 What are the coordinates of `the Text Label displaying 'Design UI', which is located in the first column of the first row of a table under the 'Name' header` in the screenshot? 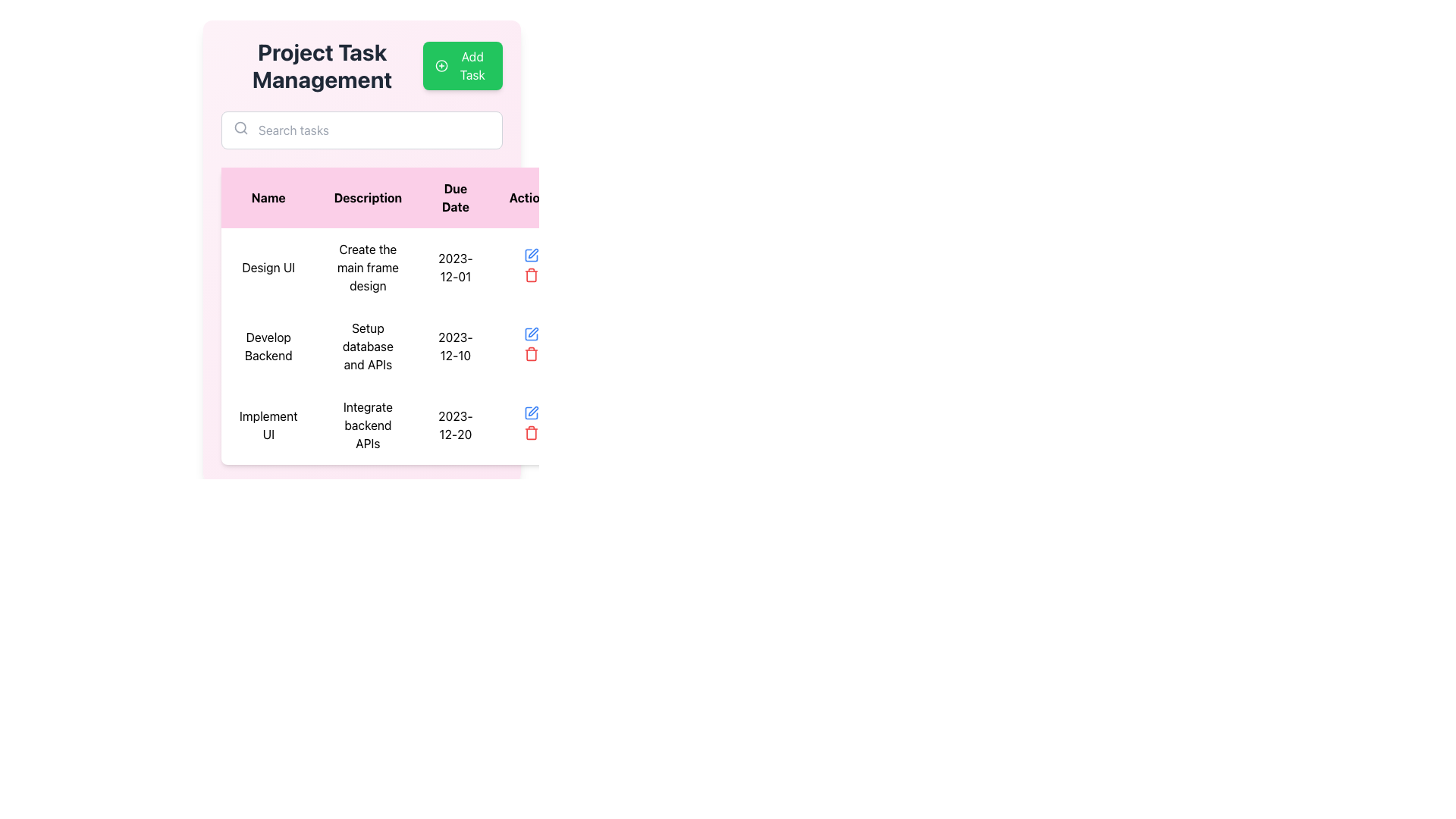 It's located at (268, 267).